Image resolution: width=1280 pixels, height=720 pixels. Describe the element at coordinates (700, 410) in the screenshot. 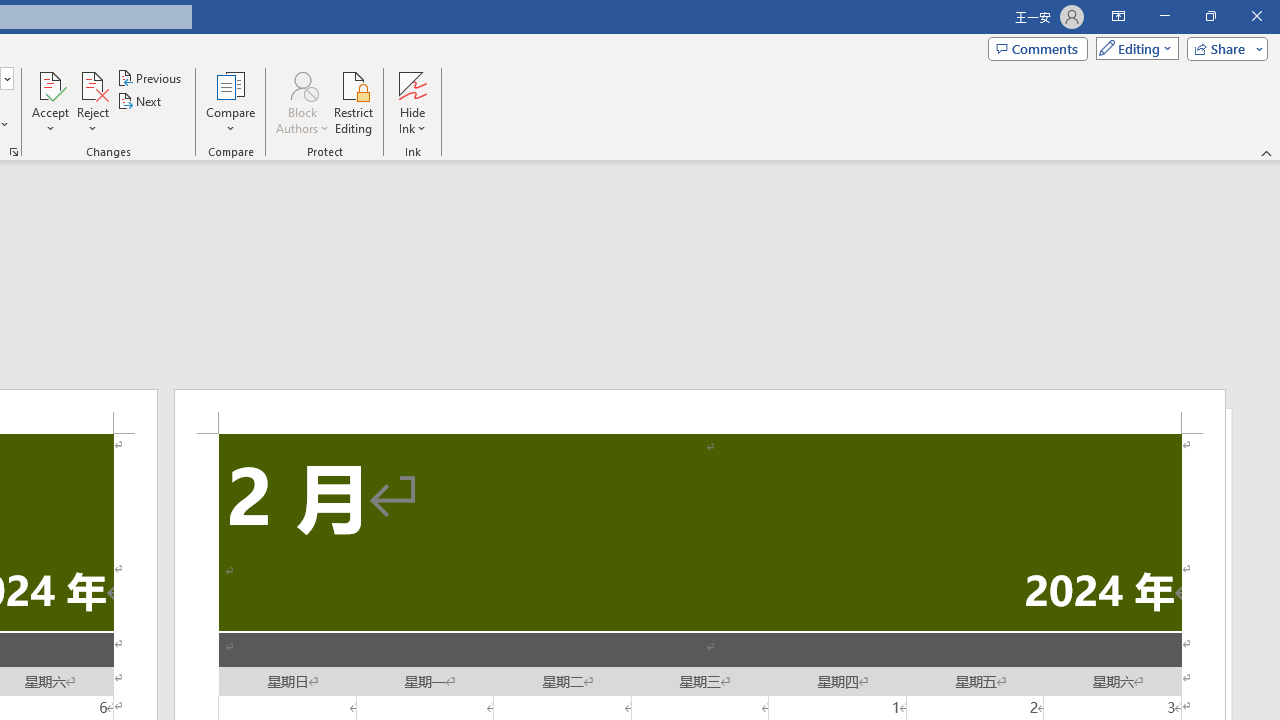

I see `'Header -Section 2-'` at that location.